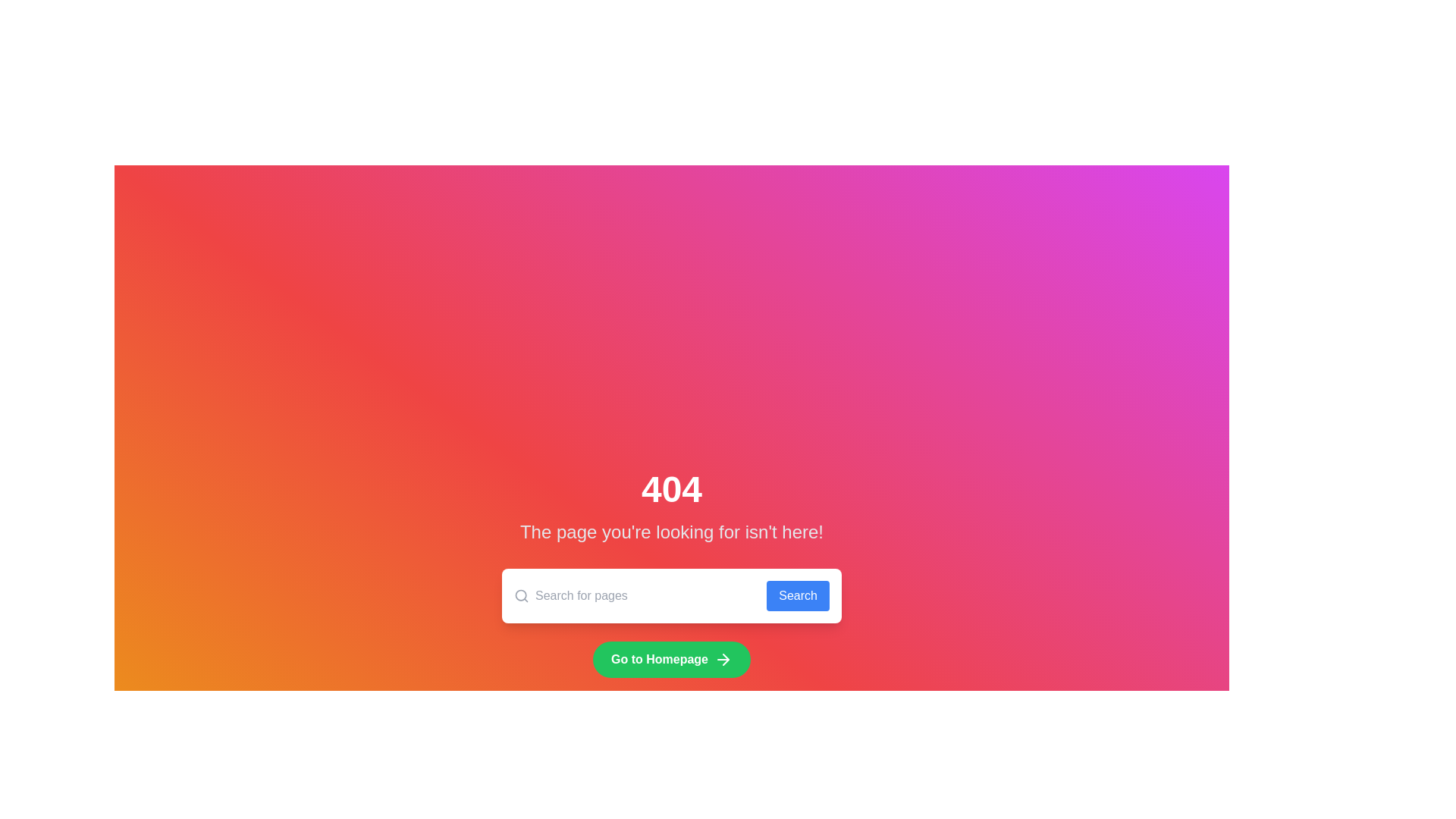 The width and height of the screenshot is (1456, 819). What do you see at coordinates (671, 659) in the screenshot?
I see `the 'Go to Homepage' button, which is a rectangular button with rounded corners, a green background, and white bold text, located below the 'Search' bar` at bounding box center [671, 659].